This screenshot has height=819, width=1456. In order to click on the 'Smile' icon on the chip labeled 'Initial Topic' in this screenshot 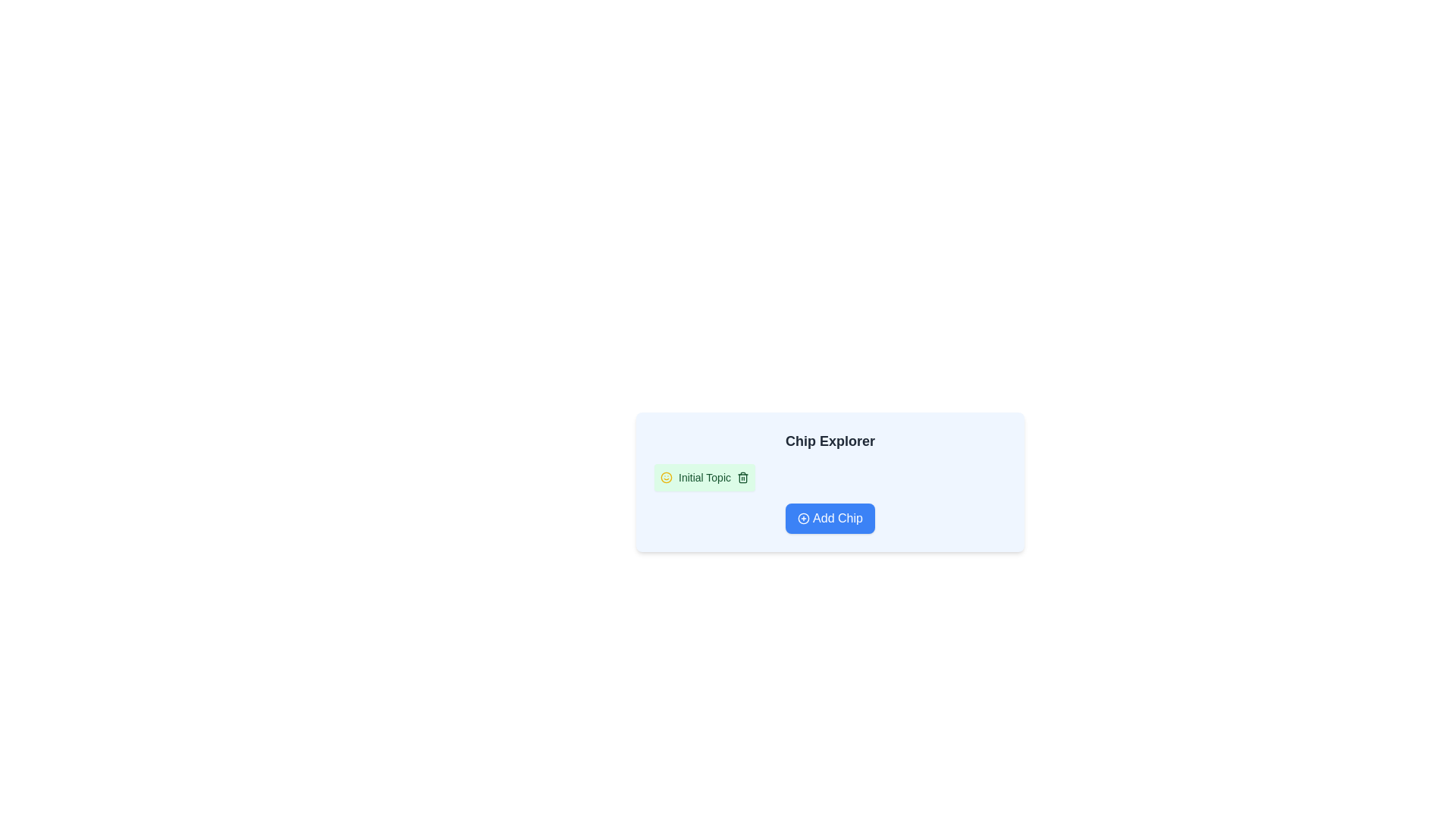, I will do `click(666, 476)`.